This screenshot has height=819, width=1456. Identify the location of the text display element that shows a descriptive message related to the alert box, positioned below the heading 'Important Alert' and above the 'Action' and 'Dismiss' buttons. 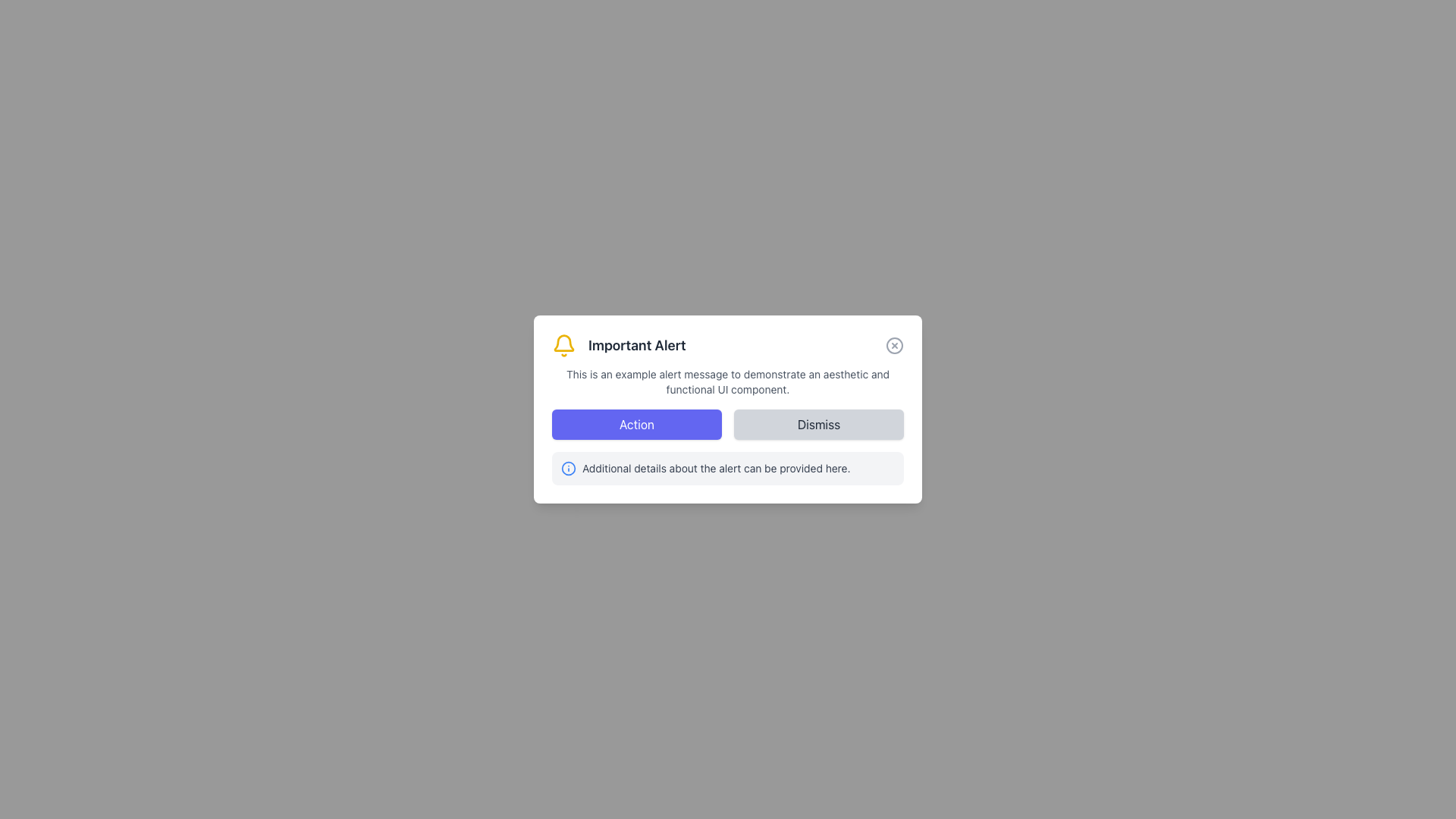
(728, 381).